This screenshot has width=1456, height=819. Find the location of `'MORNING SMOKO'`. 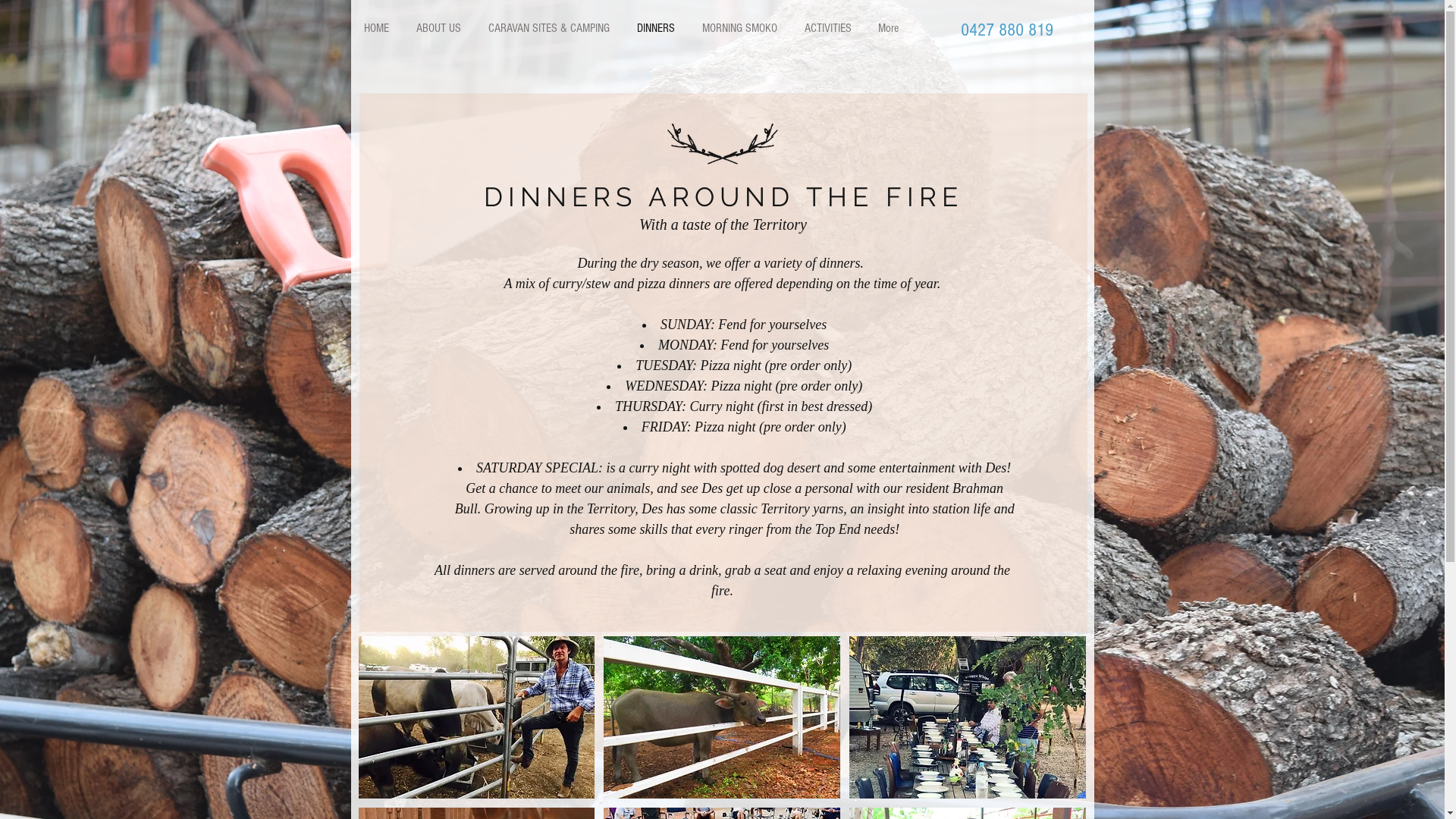

'MORNING SMOKO' is located at coordinates (739, 28).